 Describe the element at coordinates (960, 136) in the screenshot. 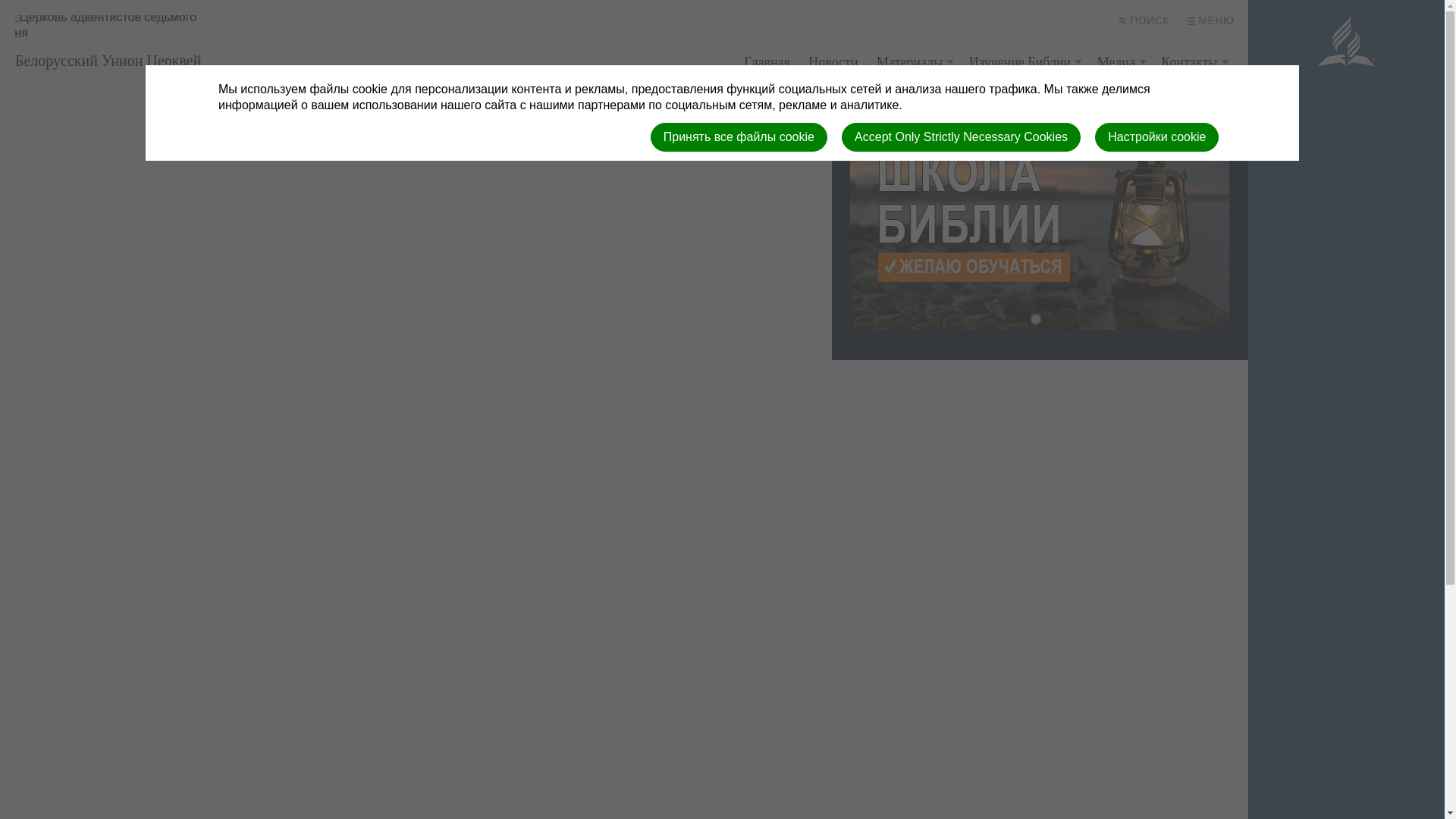

I see `'Accept Only Strictly Necessary Cookies'` at that location.